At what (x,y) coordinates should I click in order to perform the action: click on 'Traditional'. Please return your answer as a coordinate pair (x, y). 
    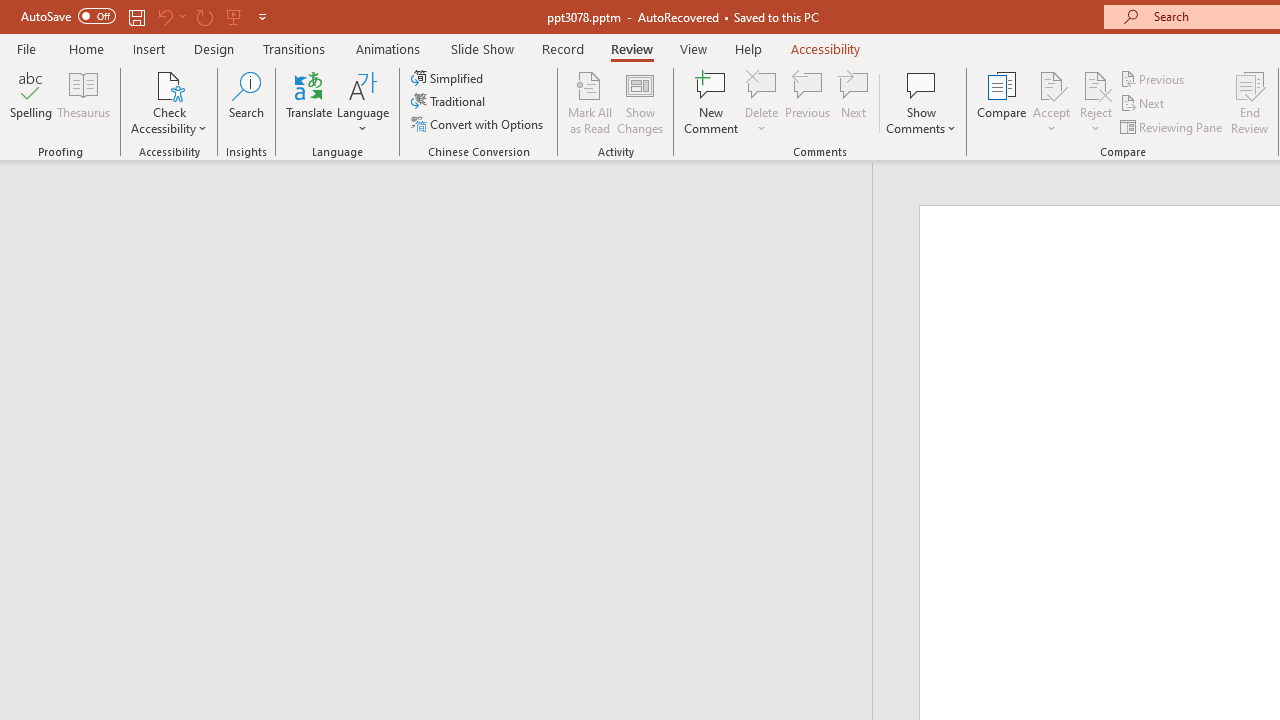
    Looking at the image, I should click on (448, 101).